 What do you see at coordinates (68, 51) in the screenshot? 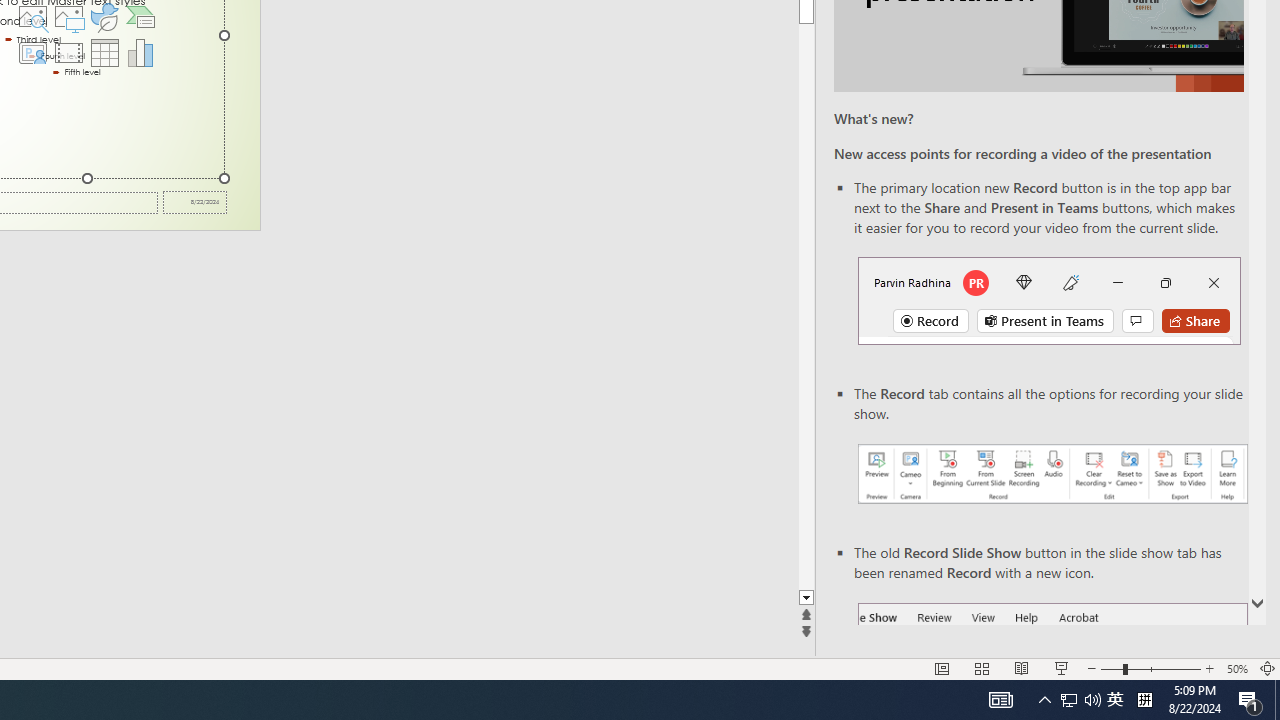
I see `'Insert Video'` at bounding box center [68, 51].